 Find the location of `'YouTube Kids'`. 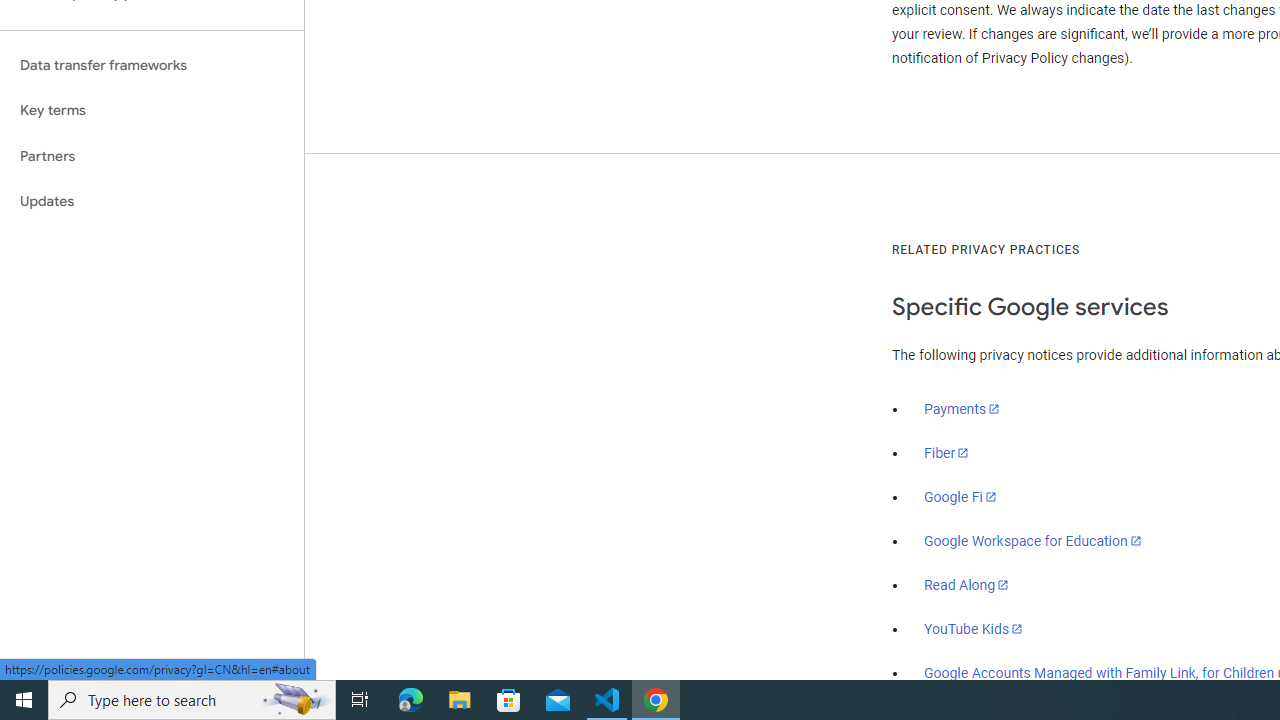

'YouTube Kids' is located at coordinates (974, 627).